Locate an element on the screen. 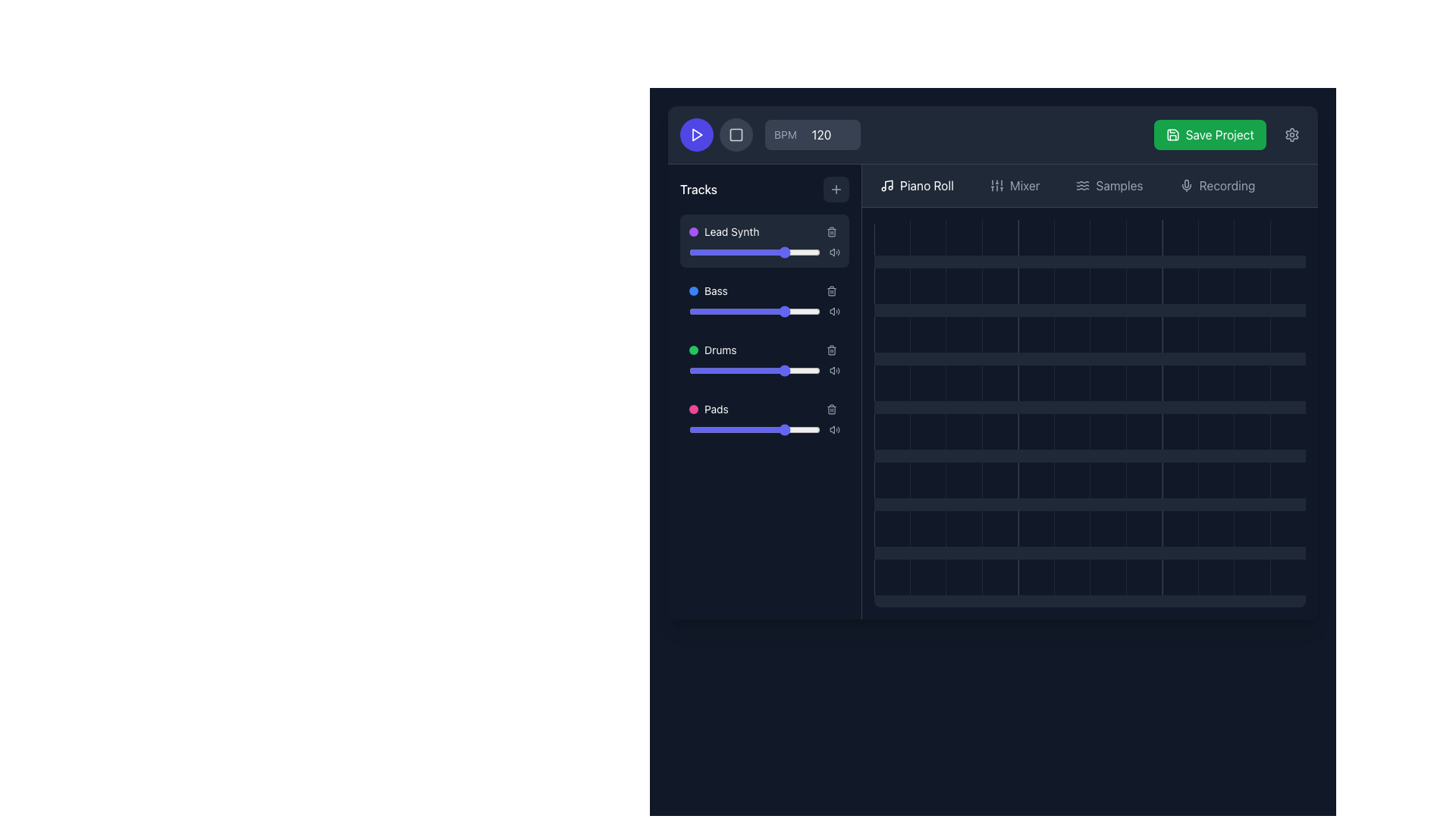  the clickable square grid cell located in the fourth column of the fourth row to observe the color change is located at coordinates (999, 382).